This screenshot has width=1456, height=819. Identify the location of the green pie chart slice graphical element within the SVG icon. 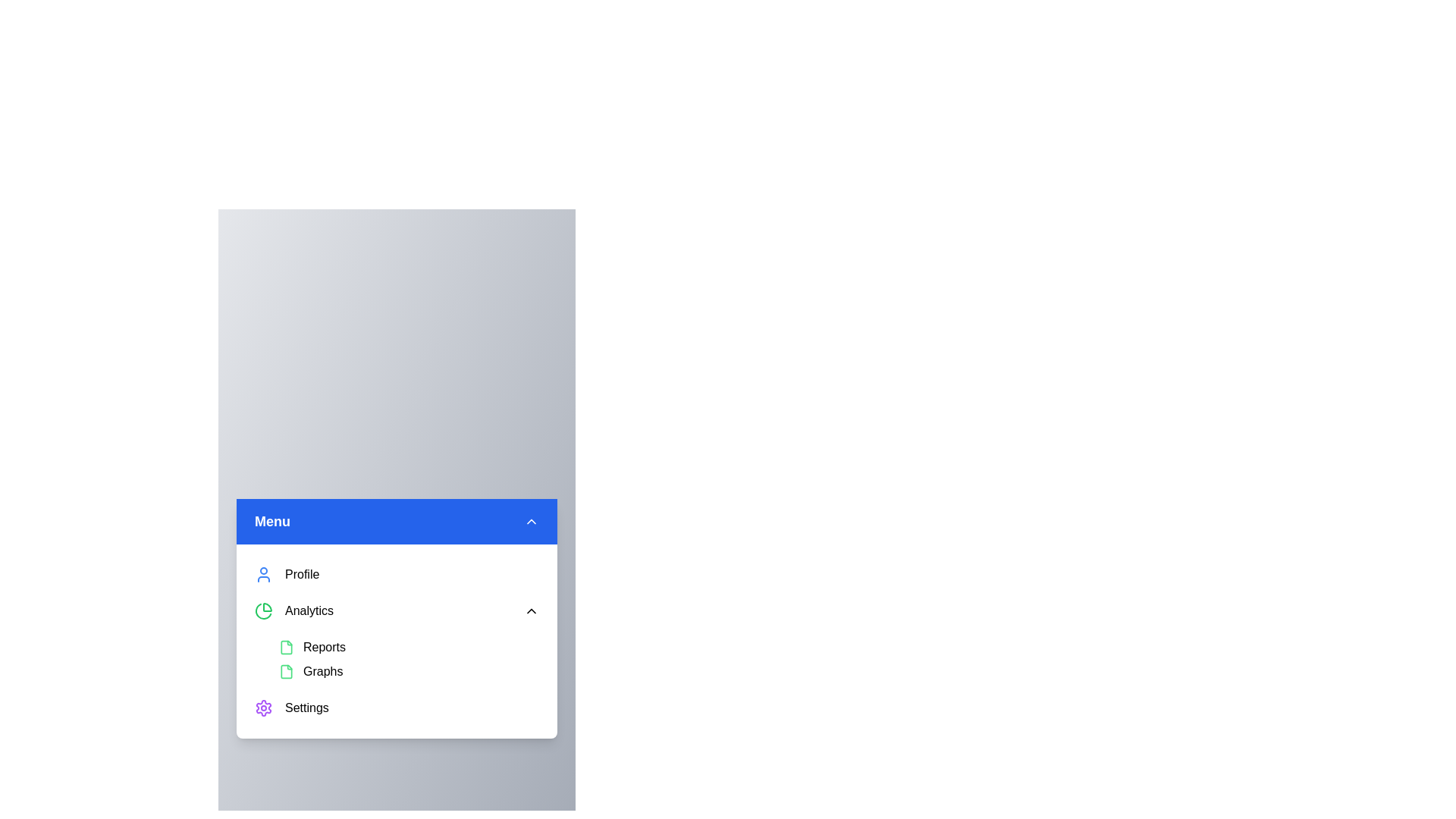
(263, 610).